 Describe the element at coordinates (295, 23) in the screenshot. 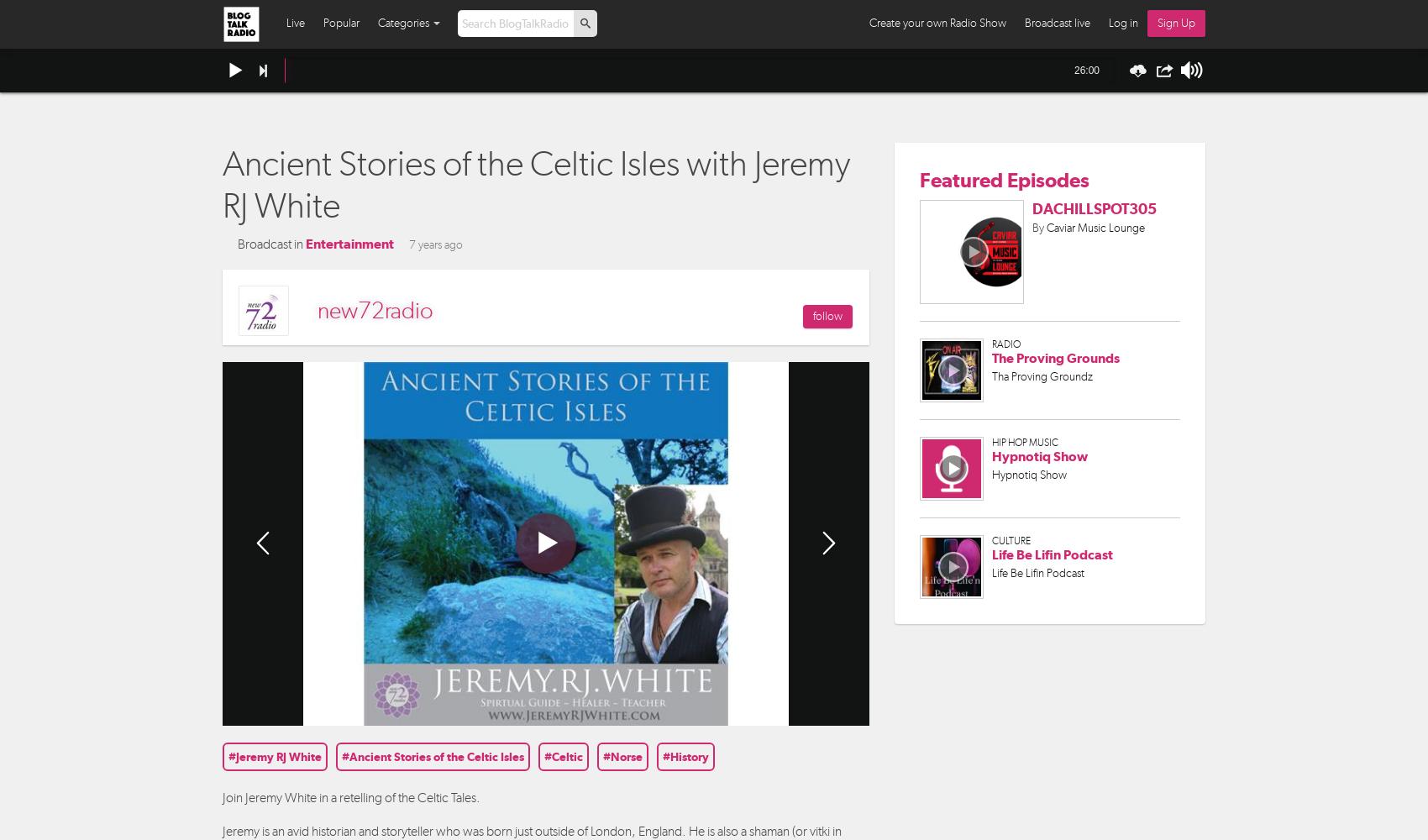

I see `'Live'` at that location.